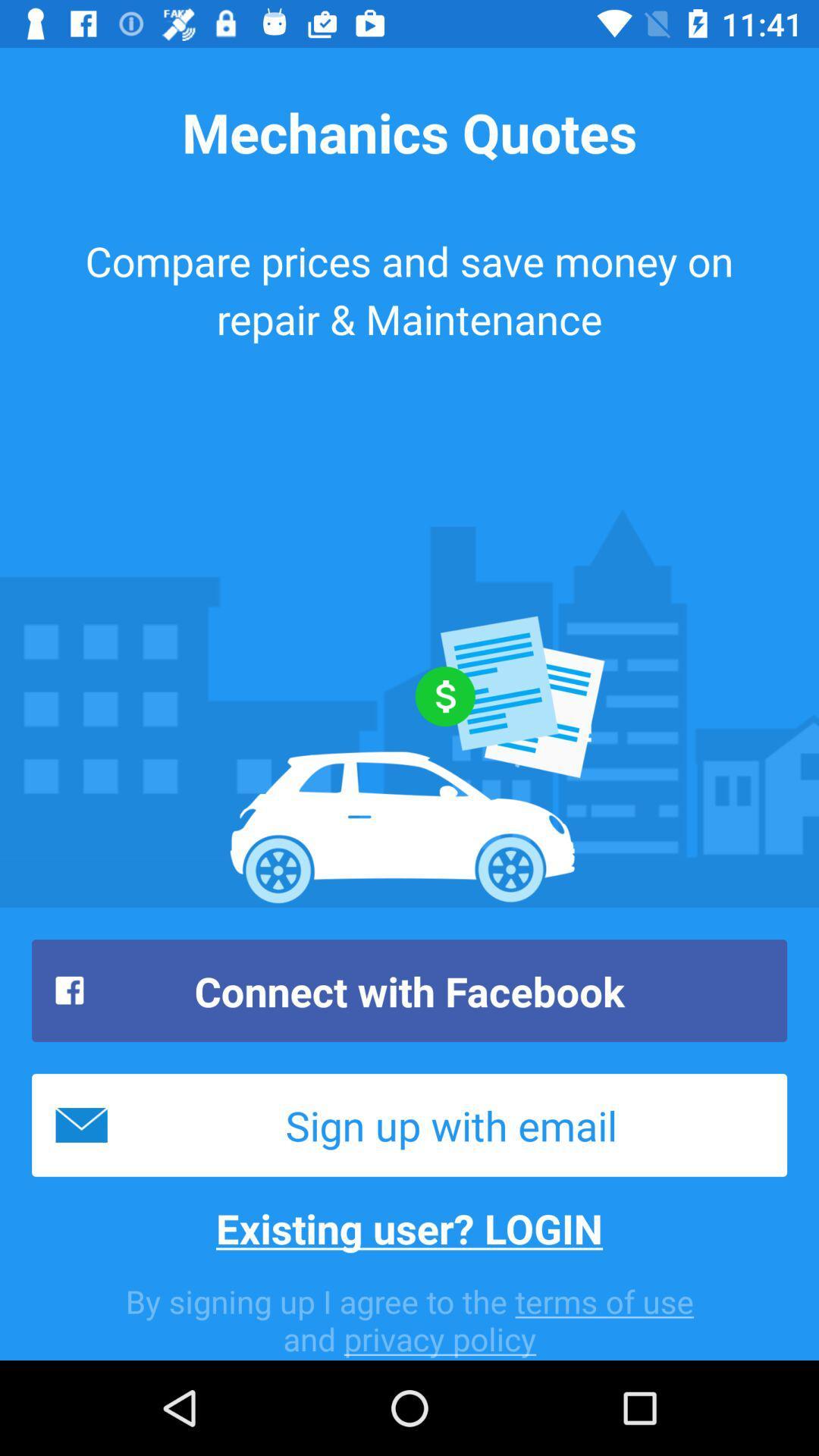 The height and width of the screenshot is (1456, 819). What do you see at coordinates (409, 990) in the screenshot?
I see `the connect with facebook icon` at bounding box center [409, 990].